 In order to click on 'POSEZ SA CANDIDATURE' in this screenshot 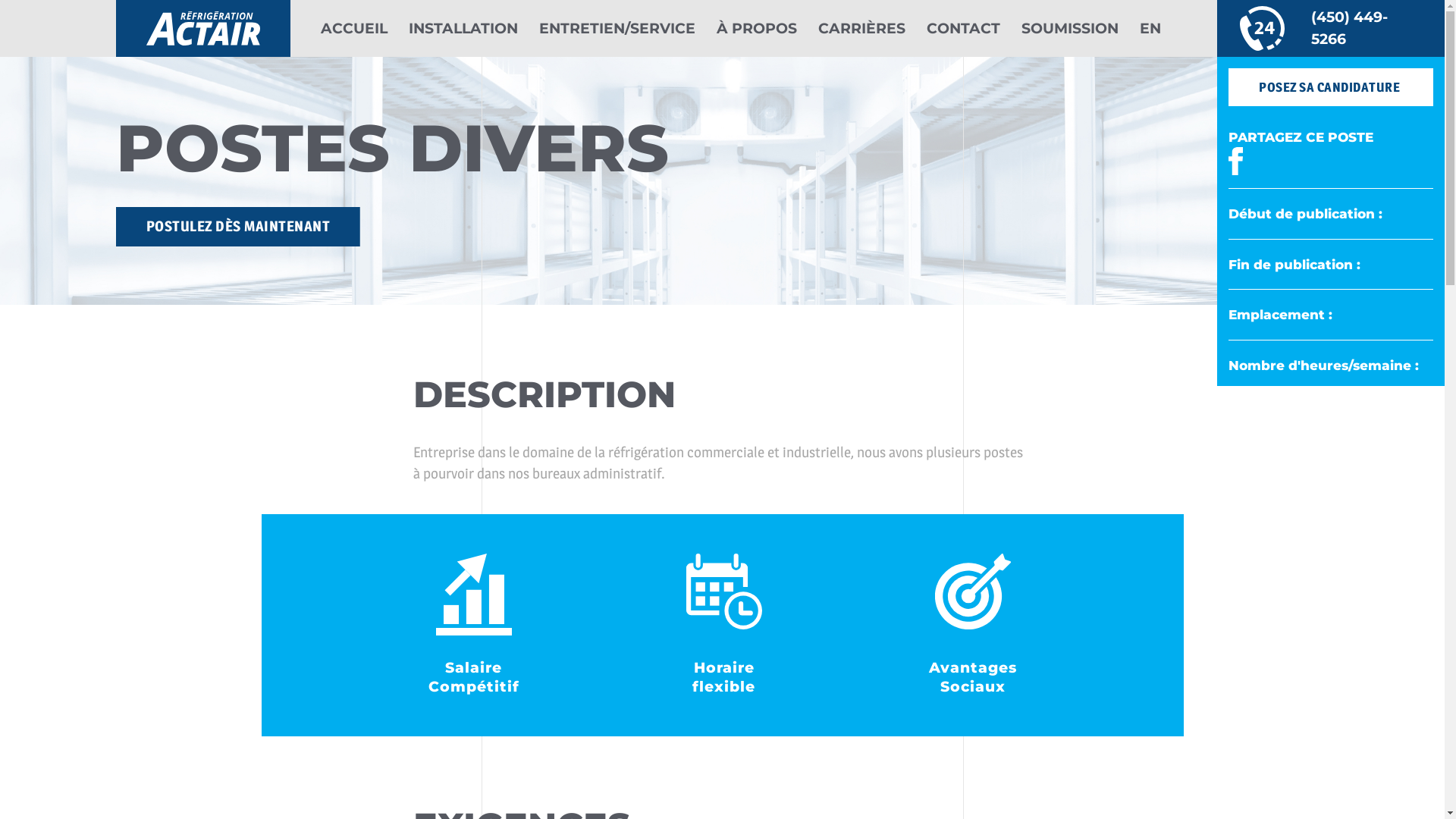, I will do `click(1330, 87)`.